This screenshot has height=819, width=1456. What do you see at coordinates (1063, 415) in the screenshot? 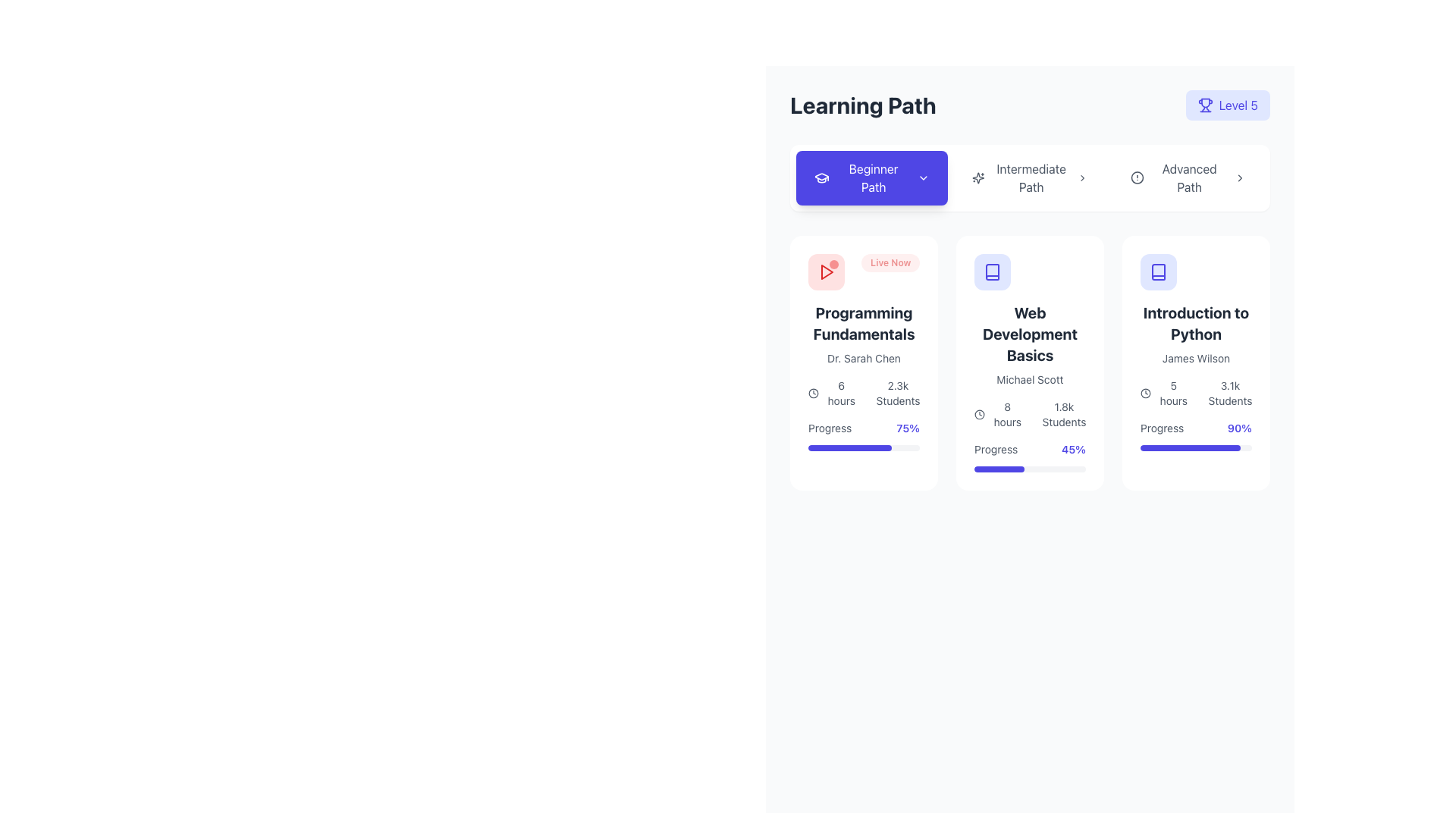
I see `the text display showing '1.8k Students', which is located beneath the course title 'Web Development Basics' in the second card of the layout` at bounding box center [1063, 415].